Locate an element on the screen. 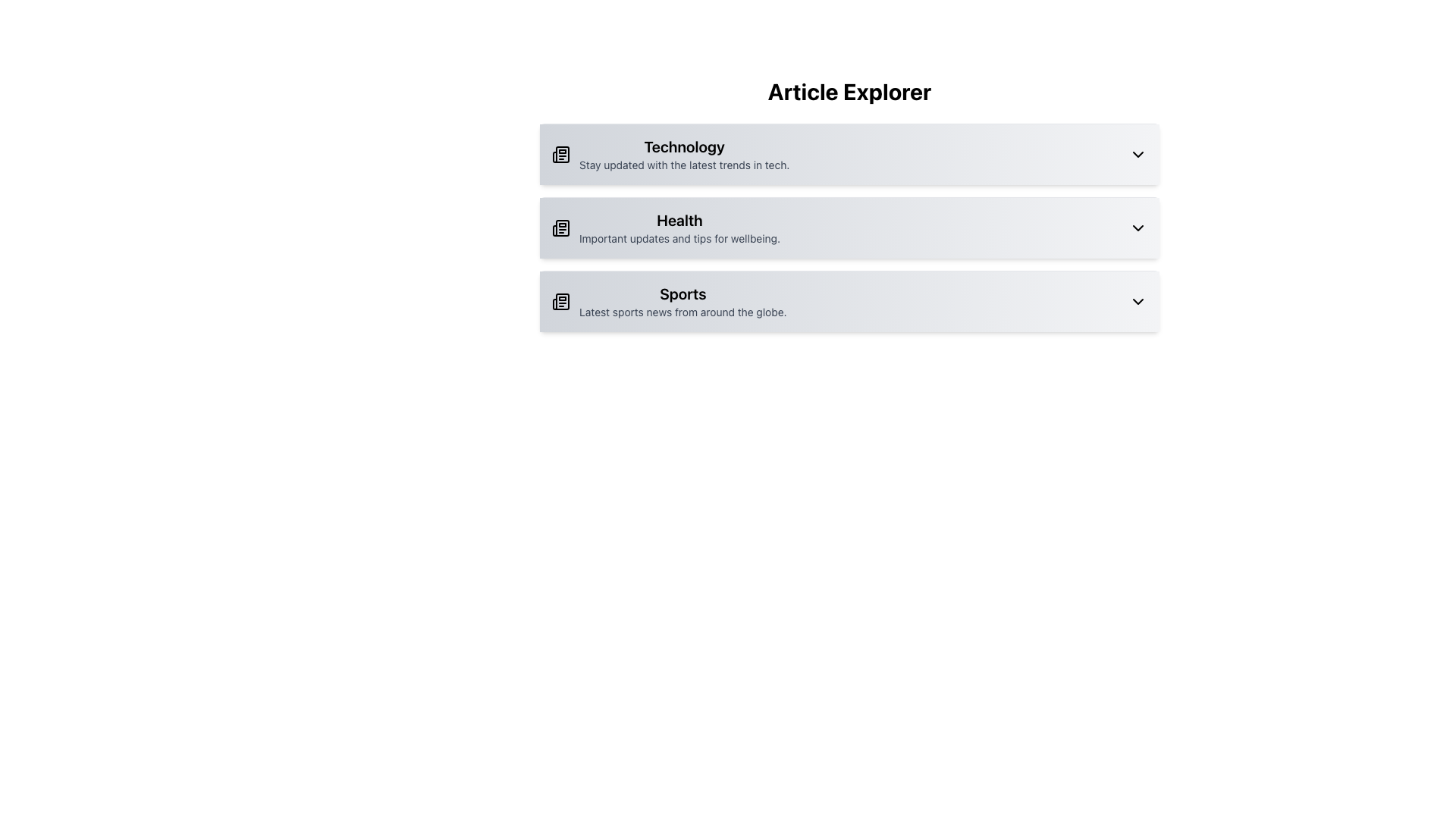  the decorative newspaper icon representing health-related news, positioned to the left of the 'Health' section heading is located at coordinates (560, 227).